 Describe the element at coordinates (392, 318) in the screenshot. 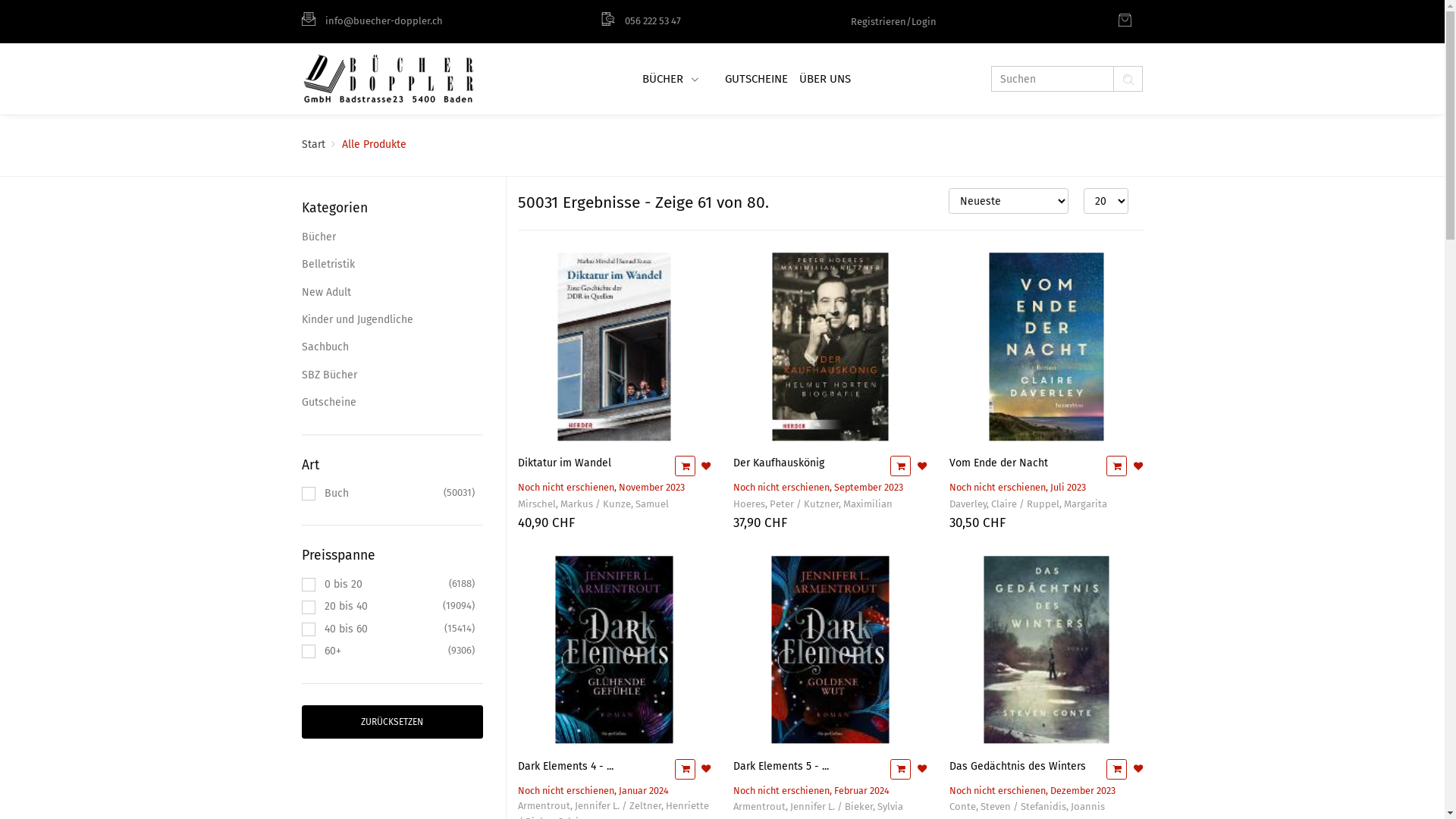

I see `'Kinder und Jugendliche'` at that location.